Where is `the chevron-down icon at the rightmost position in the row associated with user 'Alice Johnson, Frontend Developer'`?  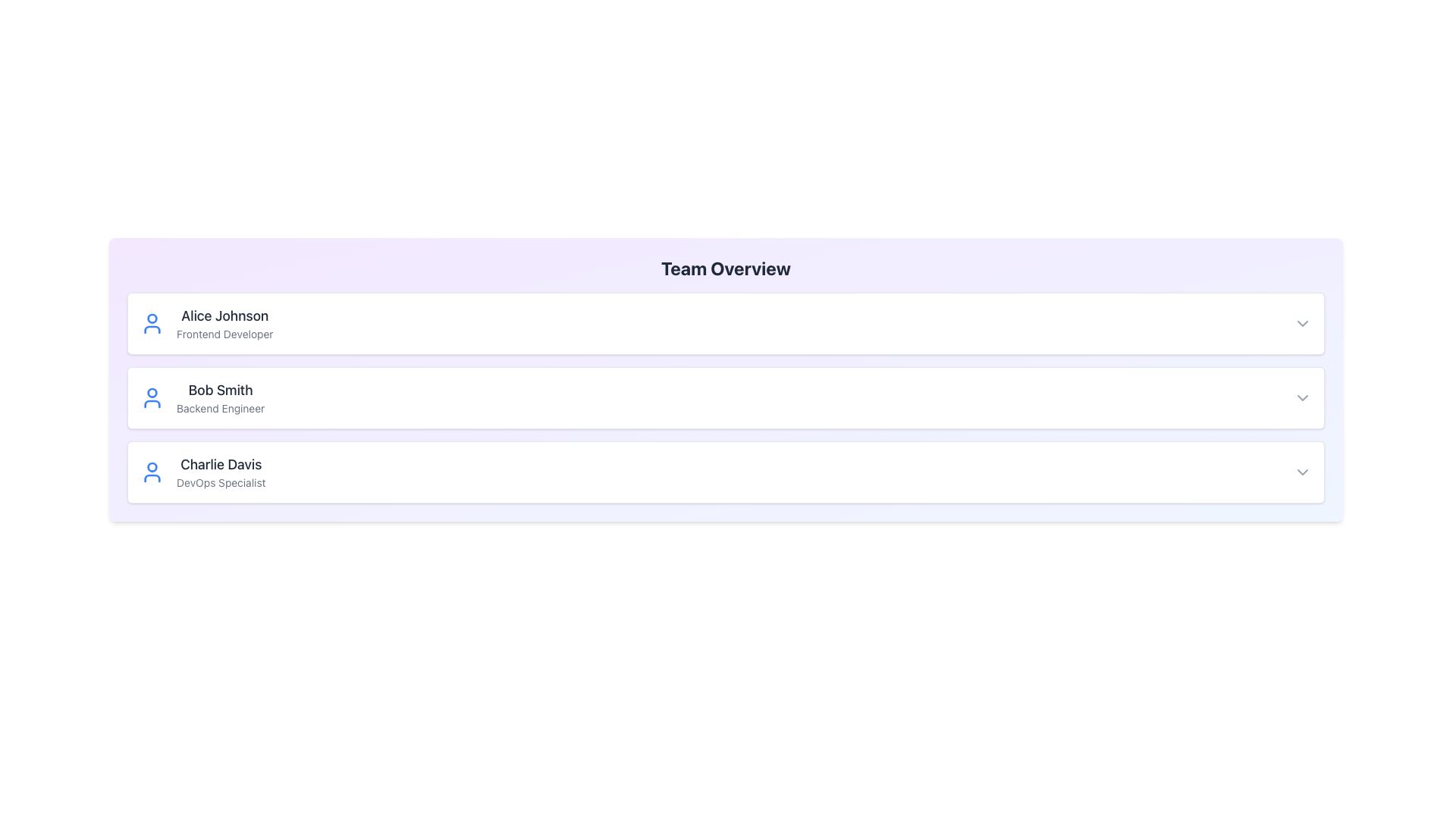 the chevron-down icon at the rightmost position in the row associated with user 'Alice Johnson, Frontend Developer' is located at coordinates (1302, 323).